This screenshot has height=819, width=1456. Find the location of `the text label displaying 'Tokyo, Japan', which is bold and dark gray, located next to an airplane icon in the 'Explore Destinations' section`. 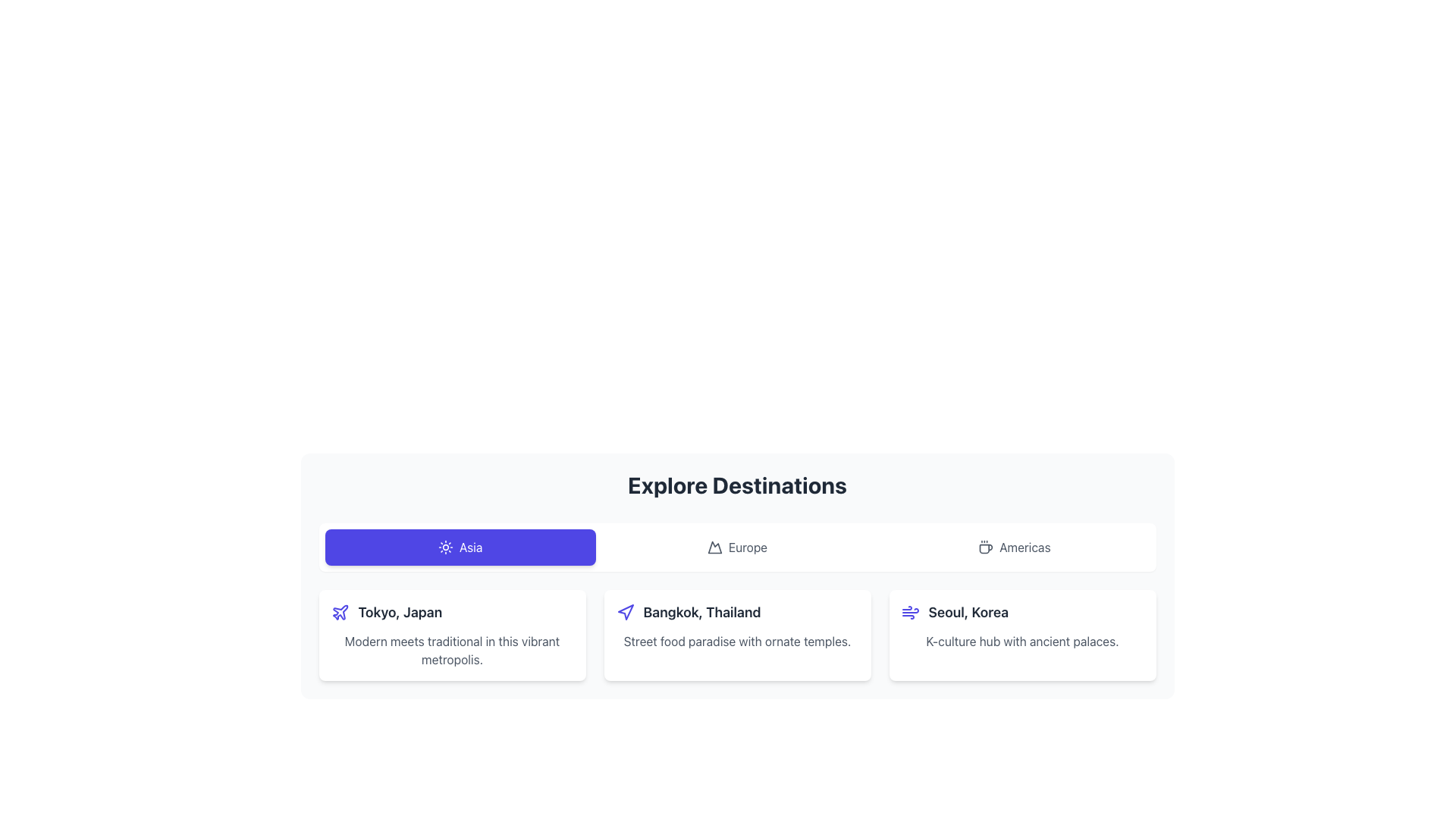

the text label displaying 'Tokyo, Japan', which is bold and dark gray, located next to an airplane icon in the 'Explore Destinations' section is located at coordinates (400, 611).